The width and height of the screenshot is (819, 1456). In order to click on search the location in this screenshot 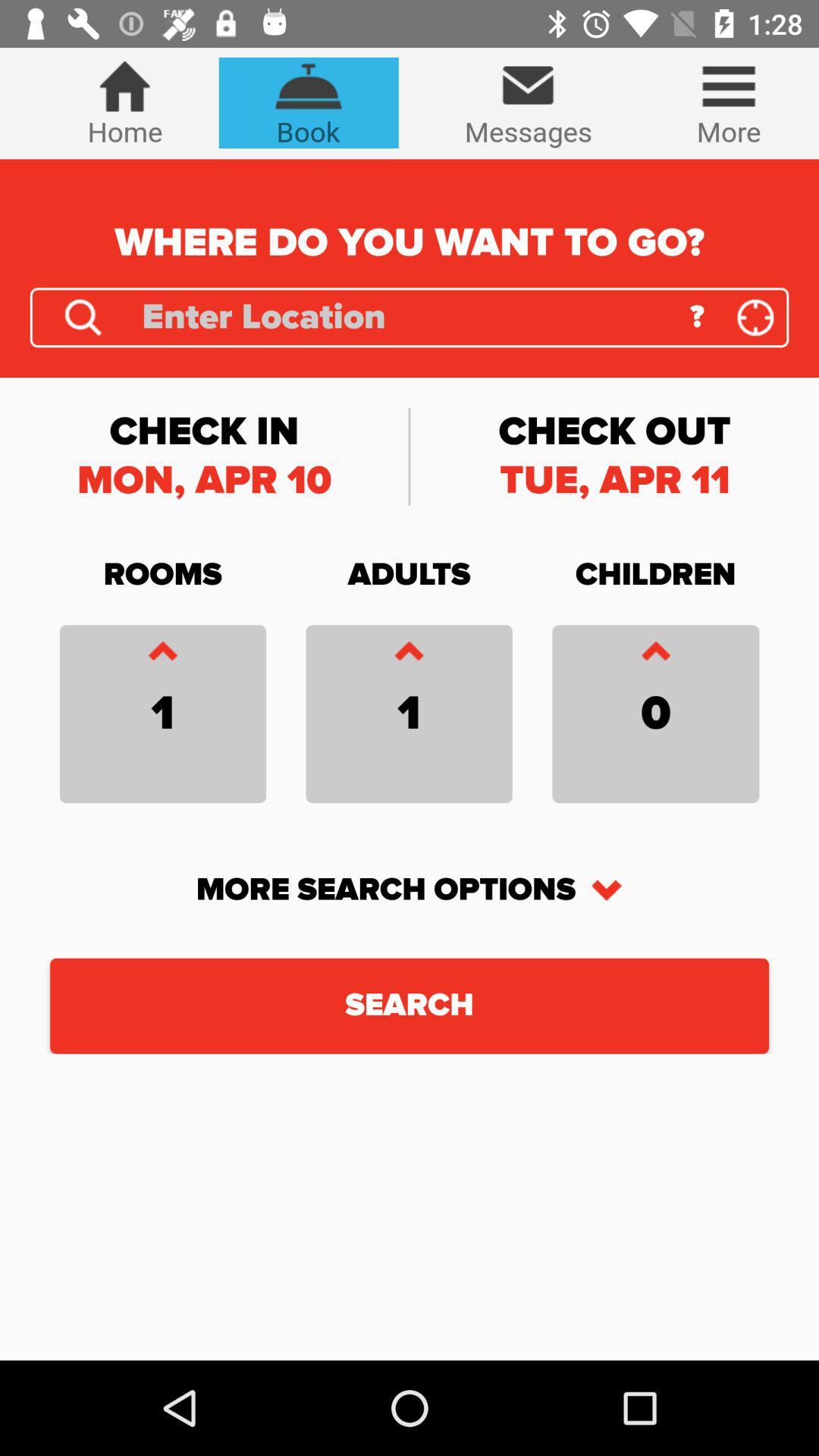, I will do `click(83, 316)`.